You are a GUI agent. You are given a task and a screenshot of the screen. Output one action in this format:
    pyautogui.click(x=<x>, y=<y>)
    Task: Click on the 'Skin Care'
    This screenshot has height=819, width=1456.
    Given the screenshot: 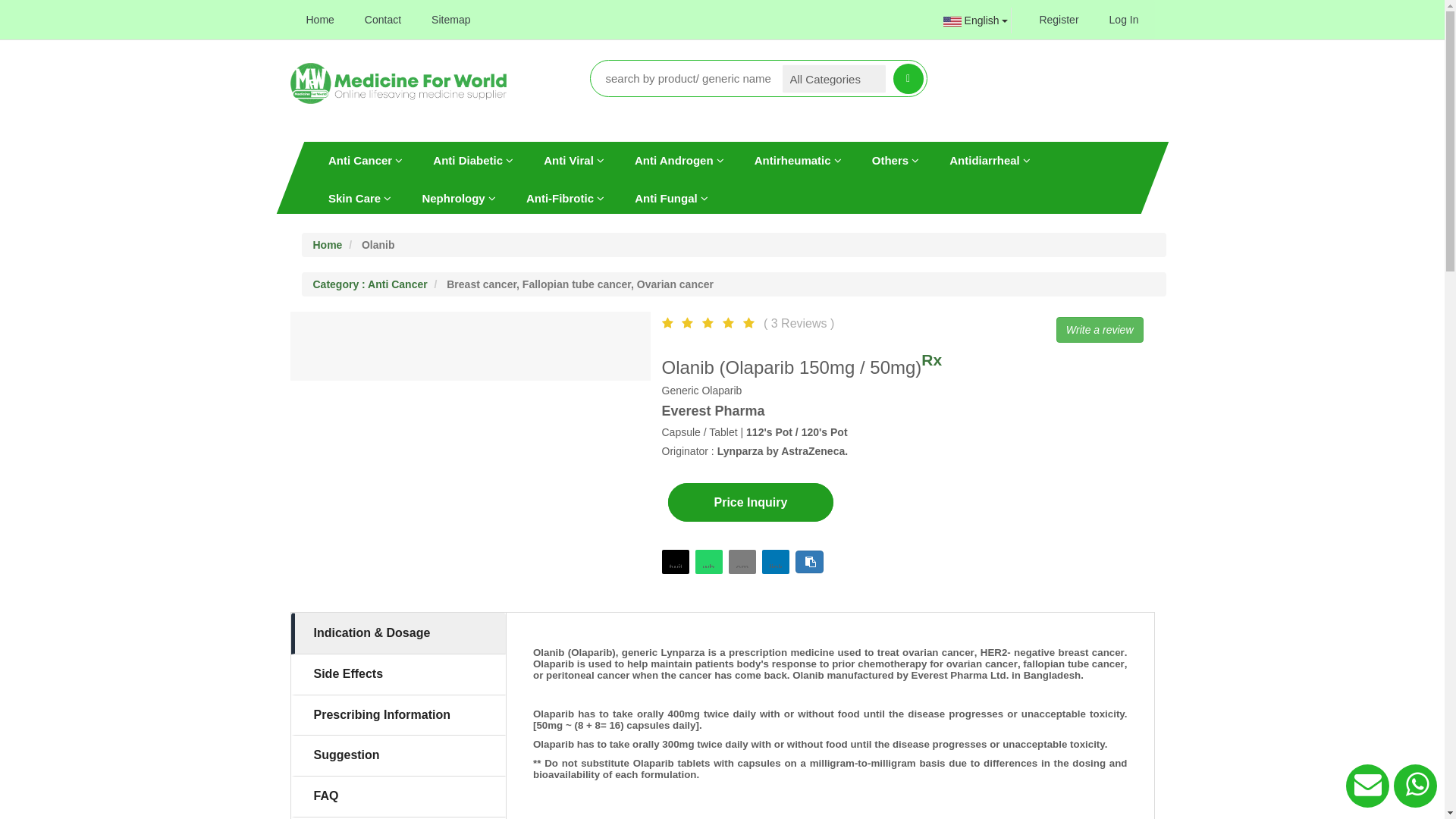 What is the action you would take?
    pyautogui.click(x=358, y=197)
    